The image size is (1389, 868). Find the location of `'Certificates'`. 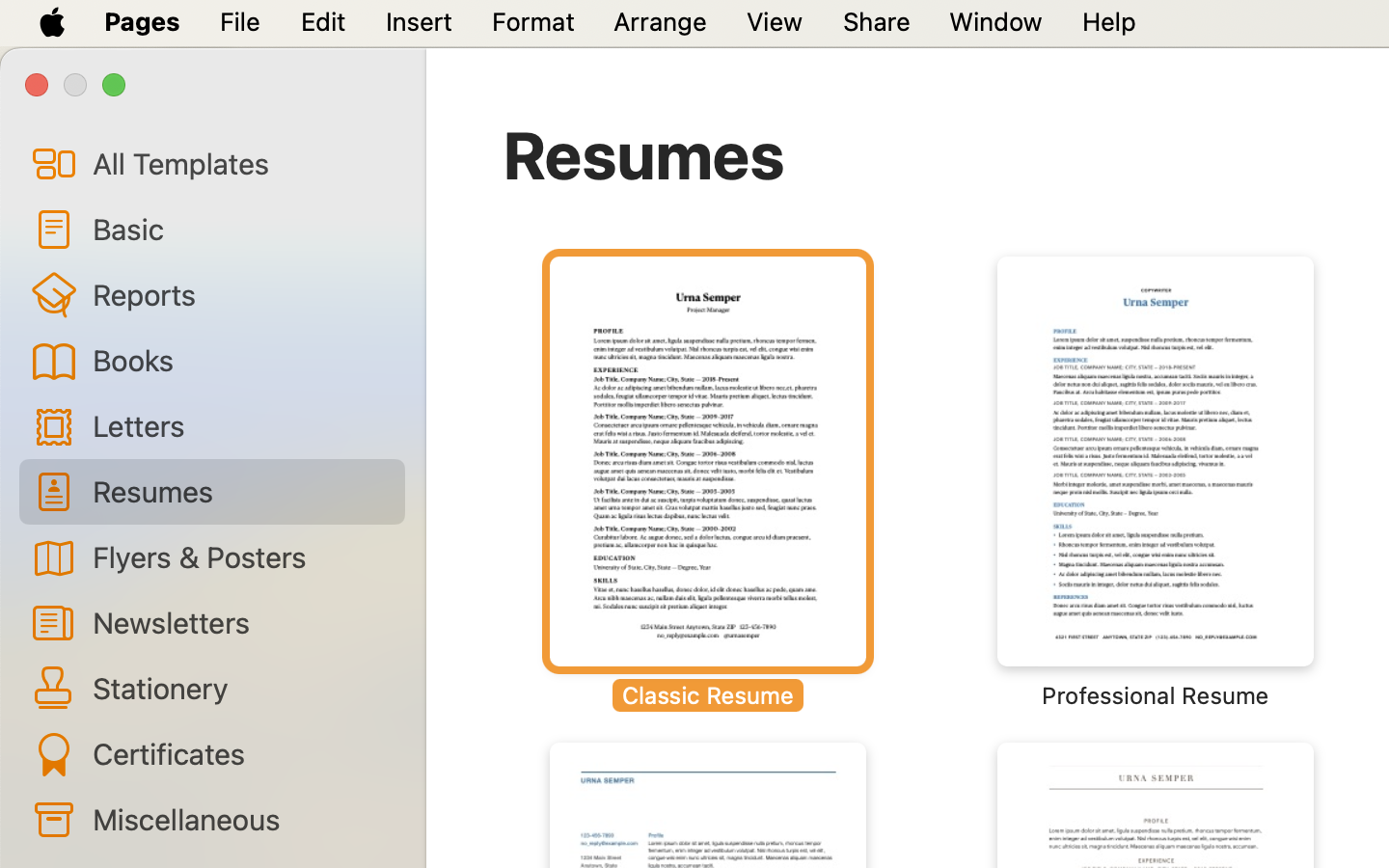

'Certificates' is located at coordinates (239, 752).